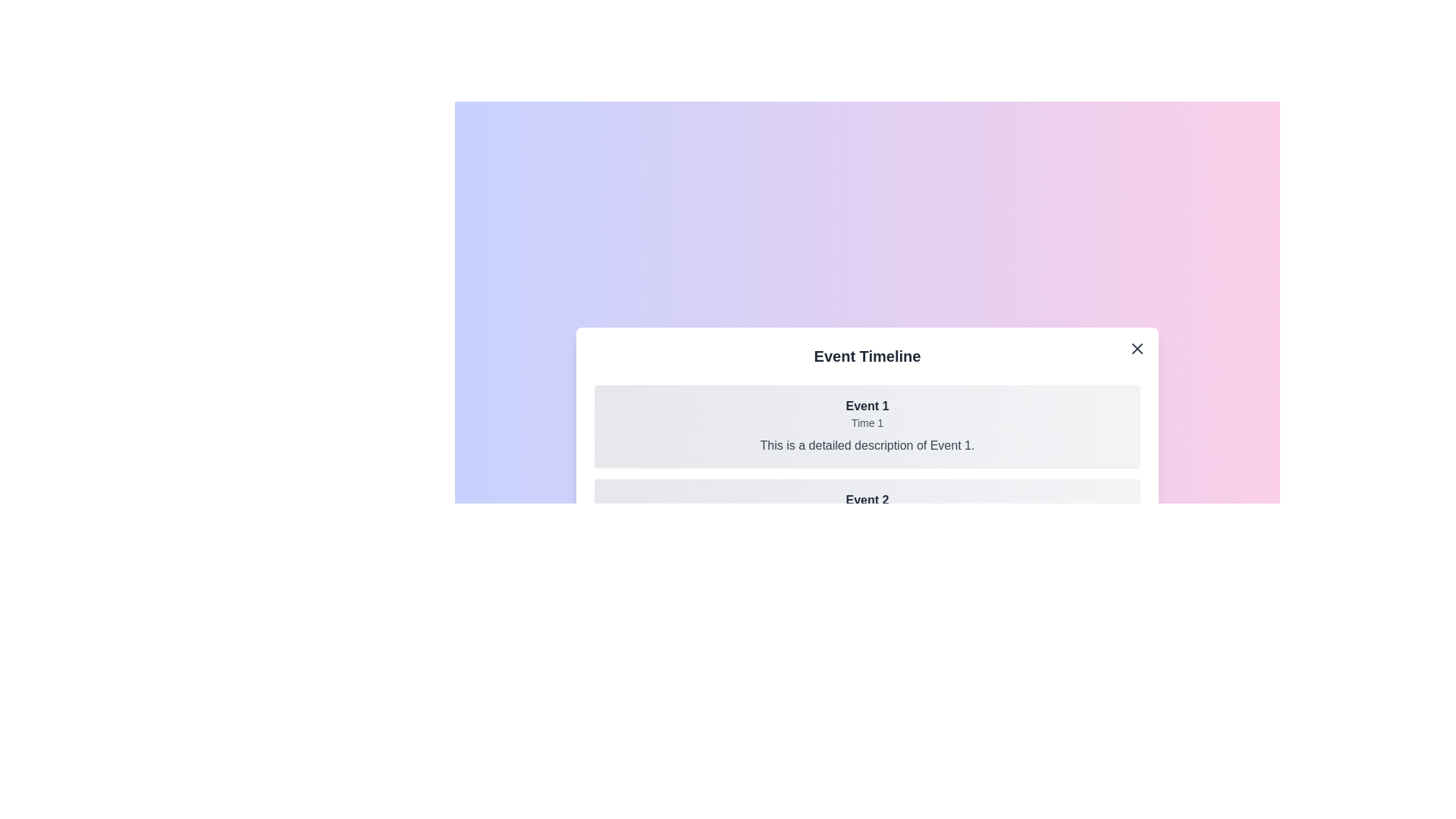  What do you see at coordinates (867, 444) in the screenshot?
I see `the text 'This is a detailed description of Event 1.' in the first event description` at bounding box center [867, 444].